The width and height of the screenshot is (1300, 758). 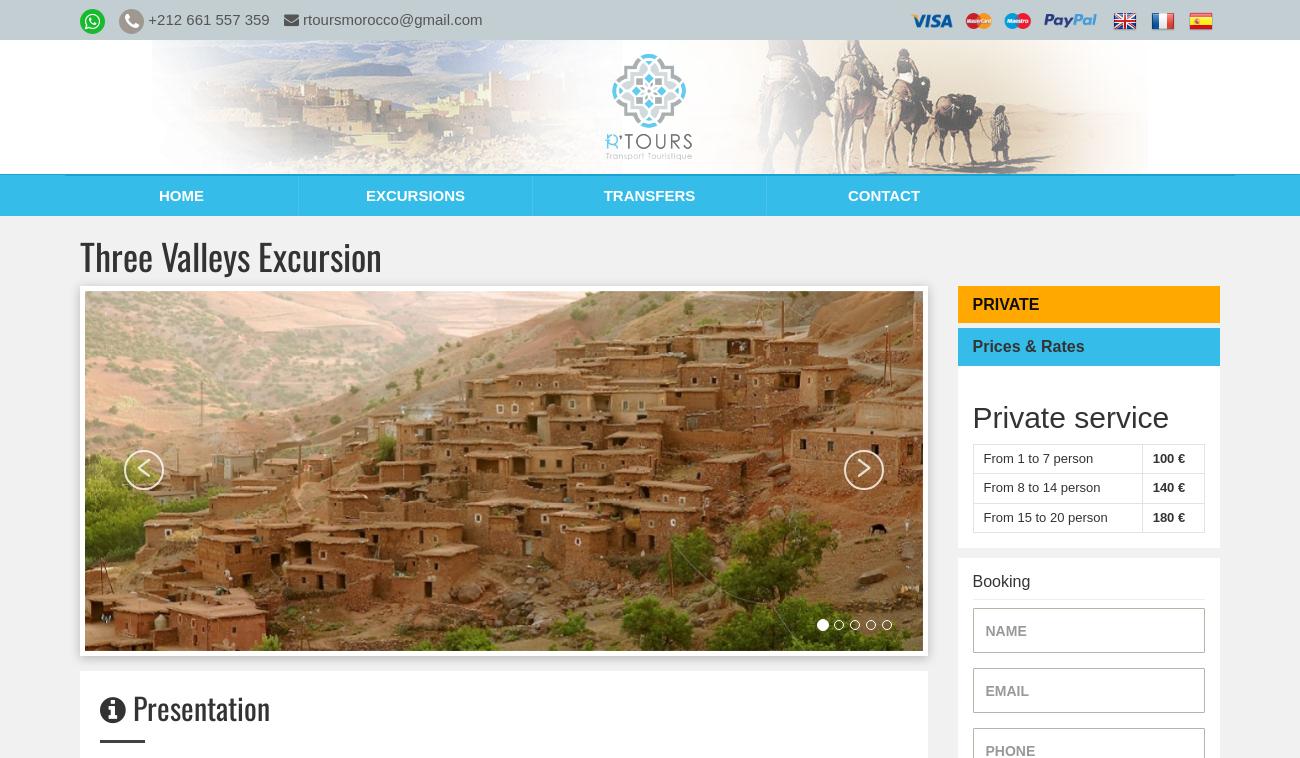 I want to click on 'From 1 to 7 person', so click(x=982, y=456).